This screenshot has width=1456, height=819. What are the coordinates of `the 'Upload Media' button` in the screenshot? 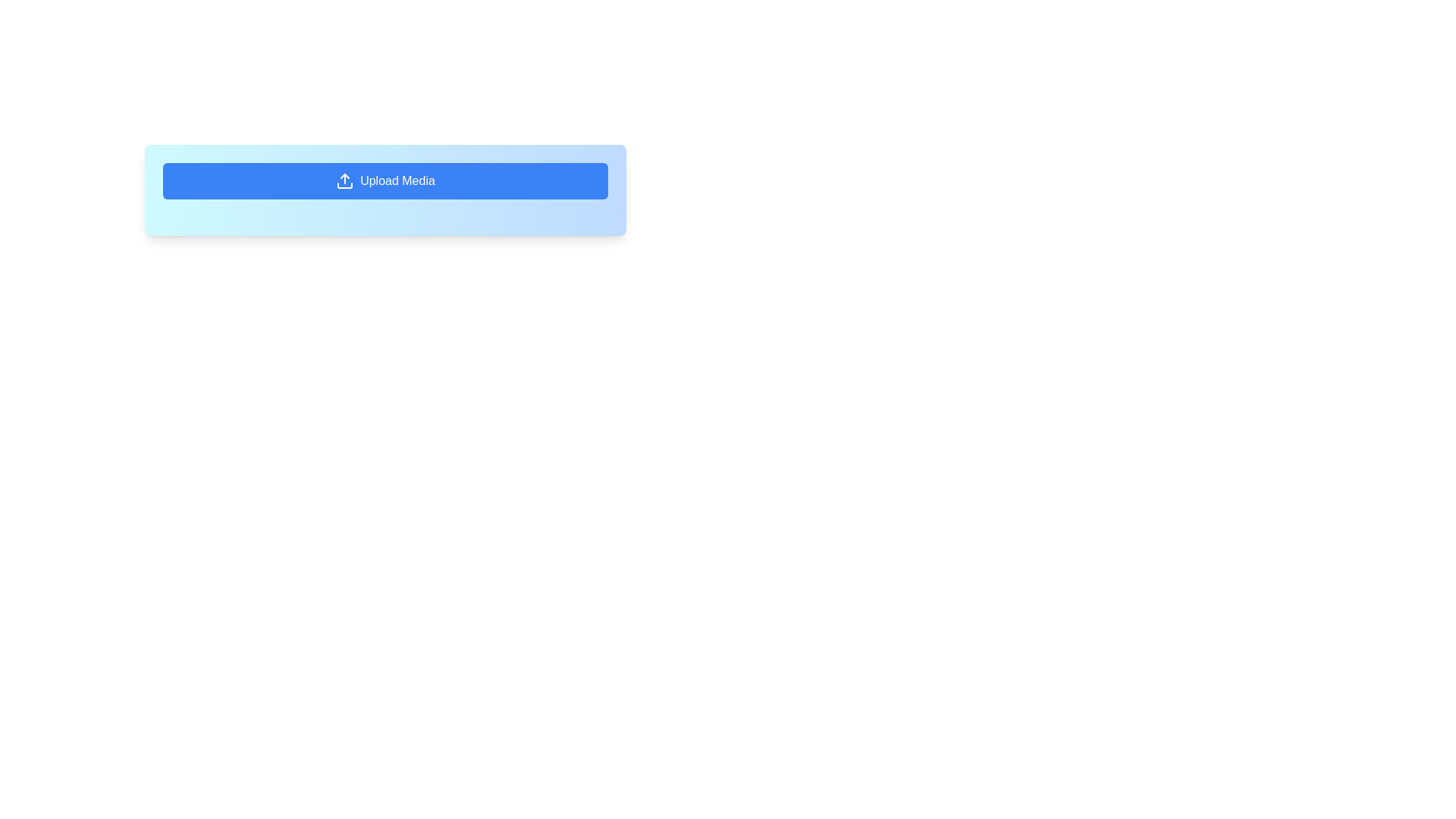 It's located at (385, 180).